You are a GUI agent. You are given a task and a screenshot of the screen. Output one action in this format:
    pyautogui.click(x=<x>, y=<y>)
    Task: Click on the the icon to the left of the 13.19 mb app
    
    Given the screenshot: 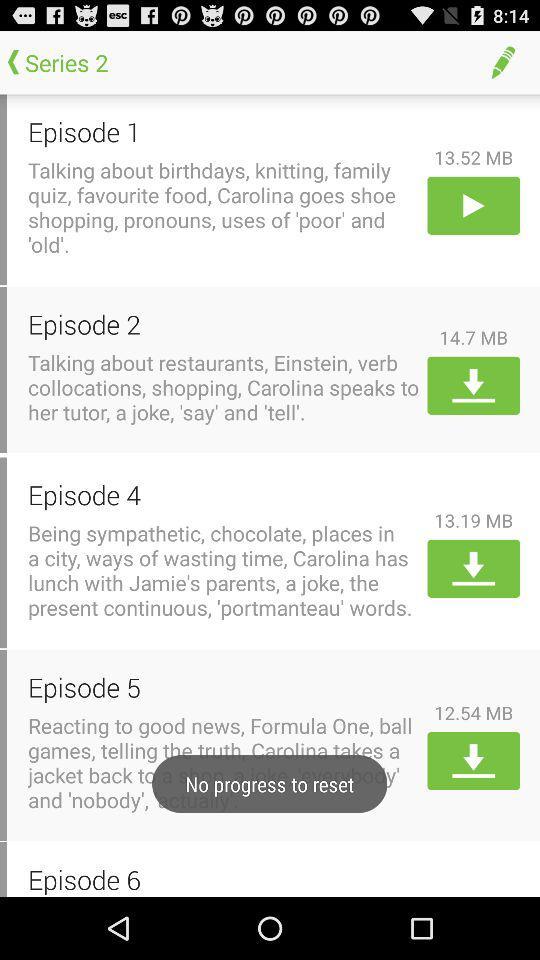 What is the action you would take?
    pyautogui.click(x=223, y=493)
    